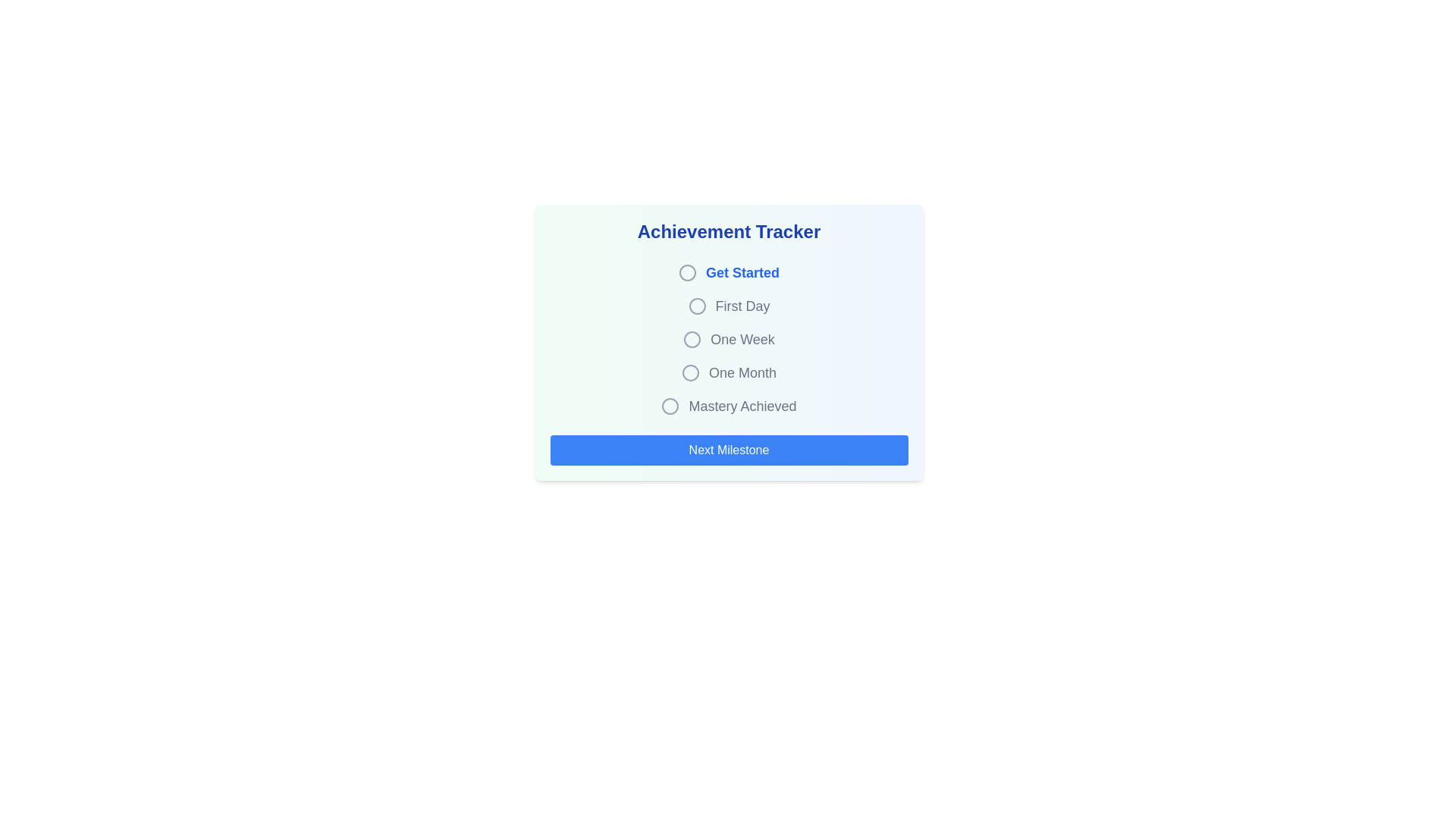 This screenshot has height=819, width=1456. I want to click on the 'One Month' radio button under the 'Achievement Tracker' header, so click(690, 373).